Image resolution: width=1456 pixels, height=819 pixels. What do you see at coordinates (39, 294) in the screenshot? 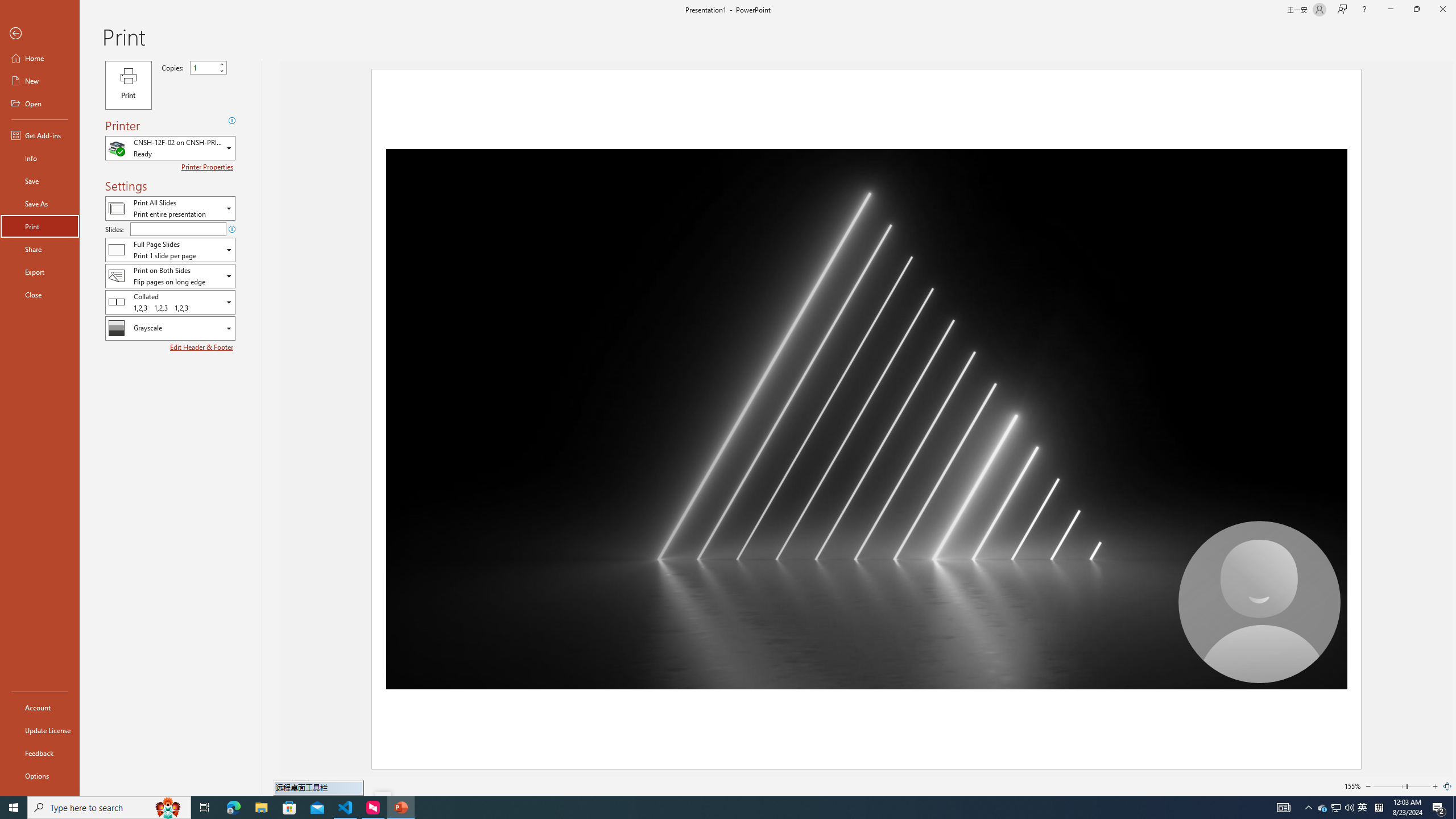
I see `'Close'` at bounding box center [39, 294].